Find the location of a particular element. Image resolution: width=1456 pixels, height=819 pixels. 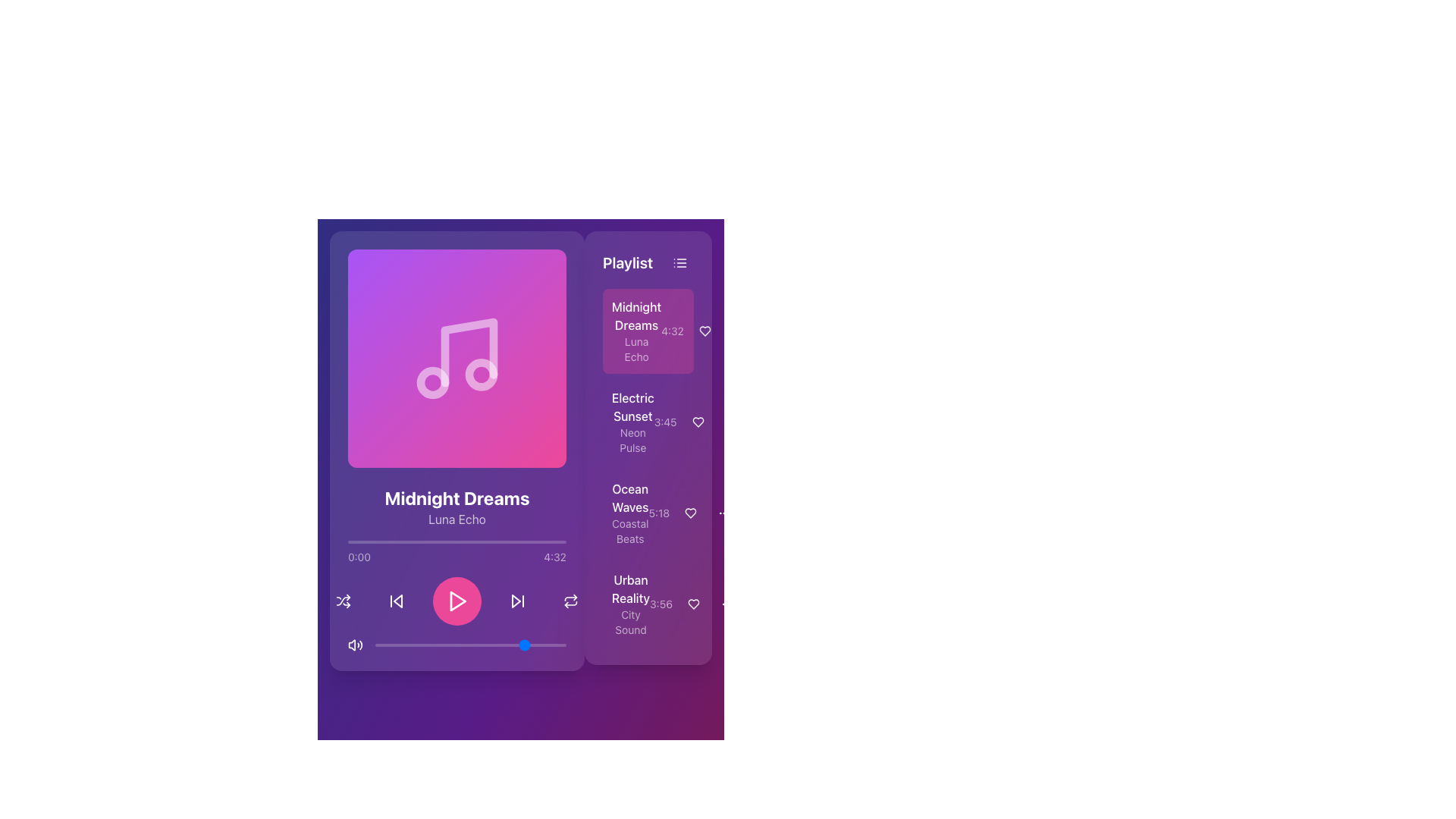

the circular button with a heart icon, located to the right of the text '3:56' is located at coordinates (693, 604).